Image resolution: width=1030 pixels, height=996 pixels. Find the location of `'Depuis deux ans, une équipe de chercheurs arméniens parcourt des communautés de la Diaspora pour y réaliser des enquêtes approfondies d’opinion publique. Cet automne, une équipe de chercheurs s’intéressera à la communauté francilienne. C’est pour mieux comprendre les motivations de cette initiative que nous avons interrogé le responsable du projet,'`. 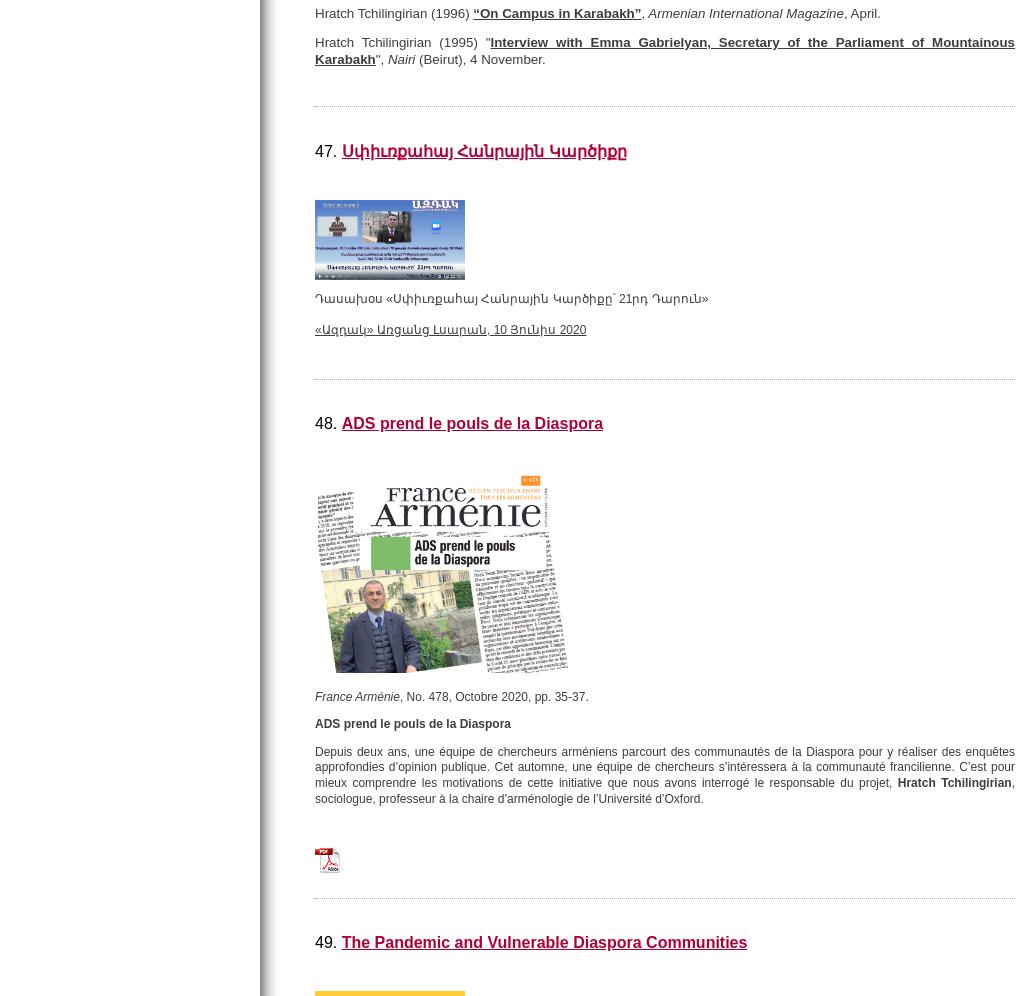

'Depuis deux ans, une équipe de chercheurs arméniens parcourt des communautés de la Diaspora pour y réaliser des enquêtes approfondies d’opinion publique. Cet automne, une équipe de chercheurs s’intéressera à la communauté francilienne. C’est pour mieux comprendre les motivations de cette initiative que nous avons interrogé le responsable du projet,' is located at coordinates (663, 767).